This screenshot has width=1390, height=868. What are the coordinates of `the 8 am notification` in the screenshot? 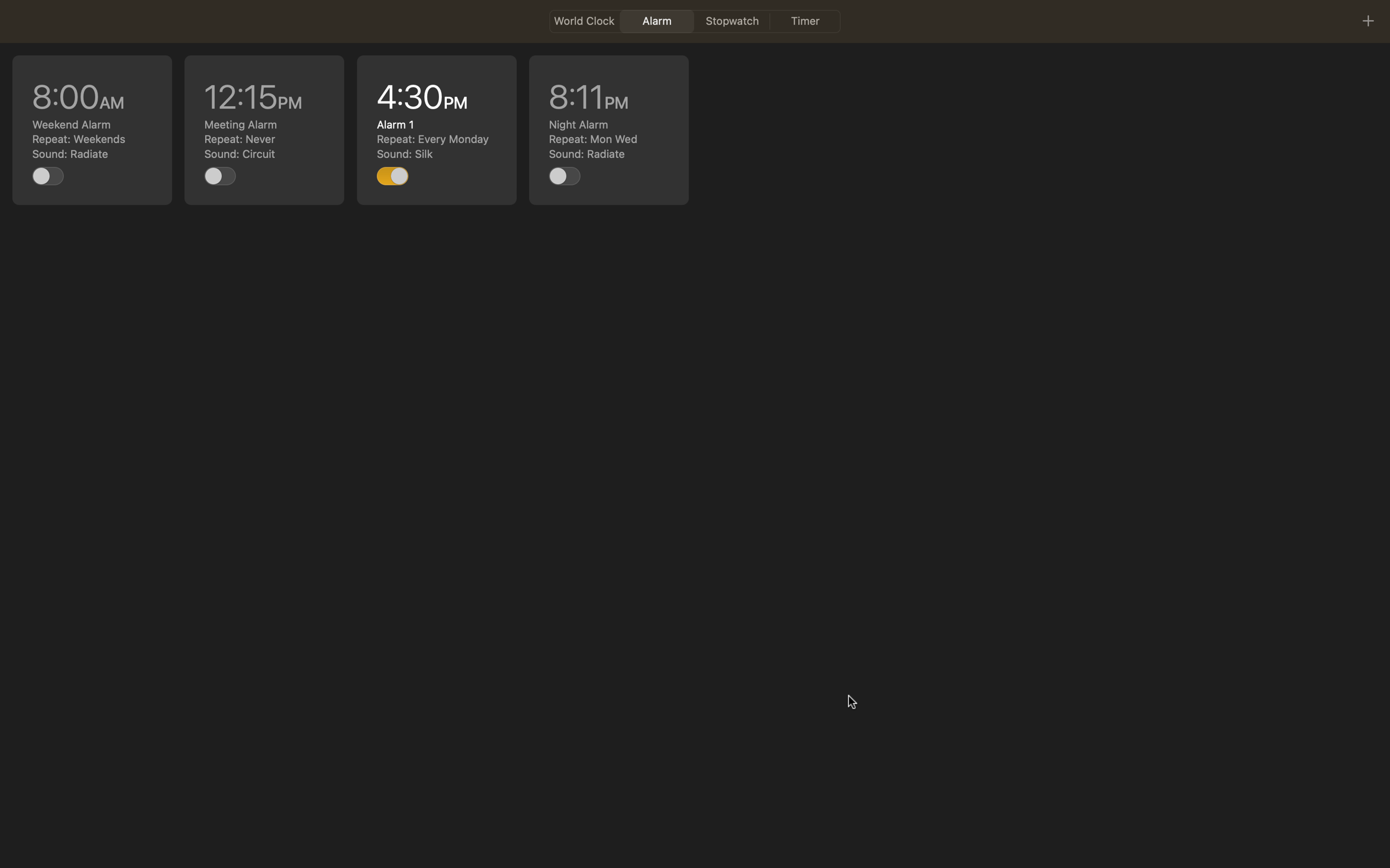 It's located at (92, 129).